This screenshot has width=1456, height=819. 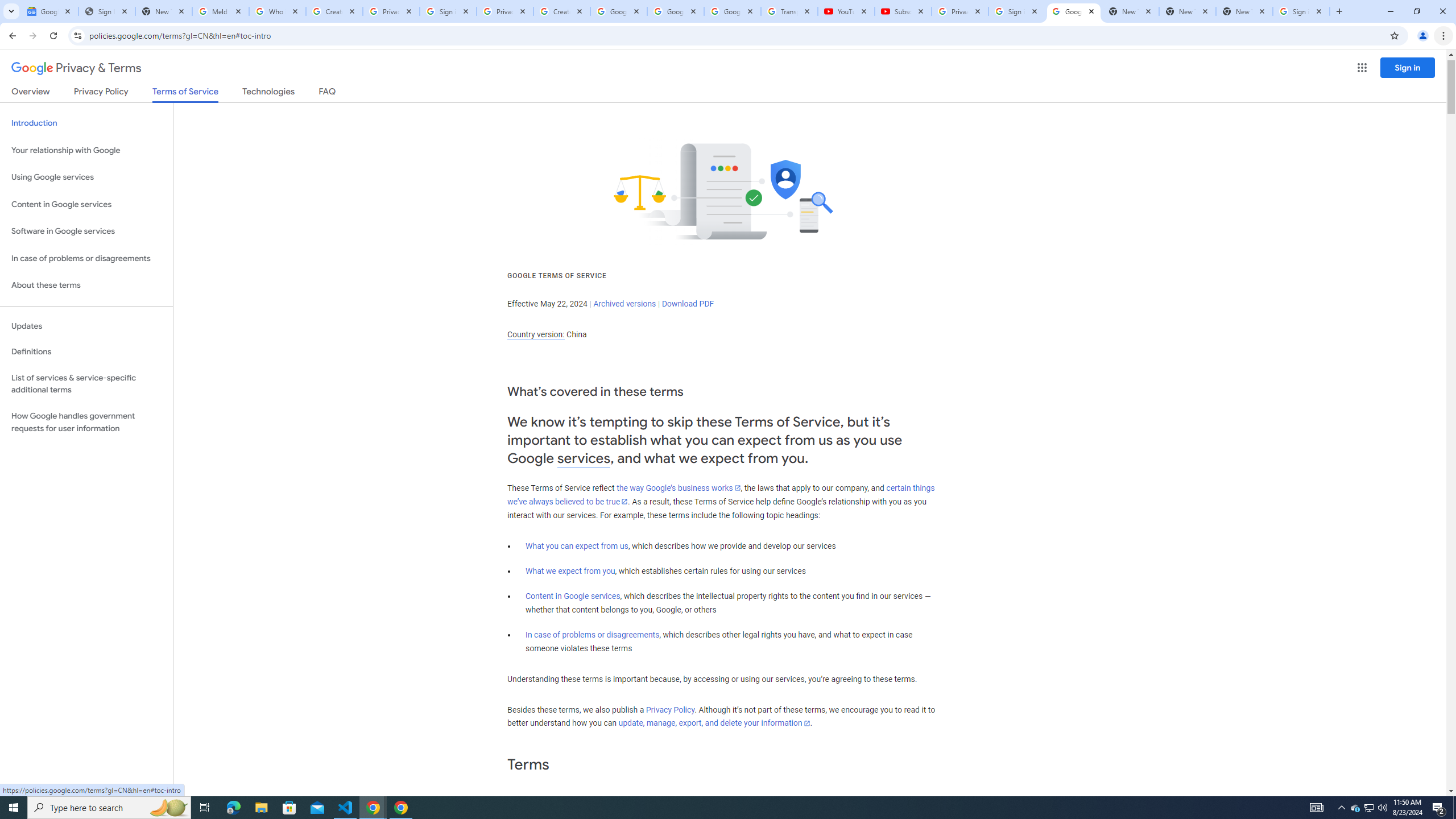 I want to click on 'About these terms', so click(x=86, y=285).